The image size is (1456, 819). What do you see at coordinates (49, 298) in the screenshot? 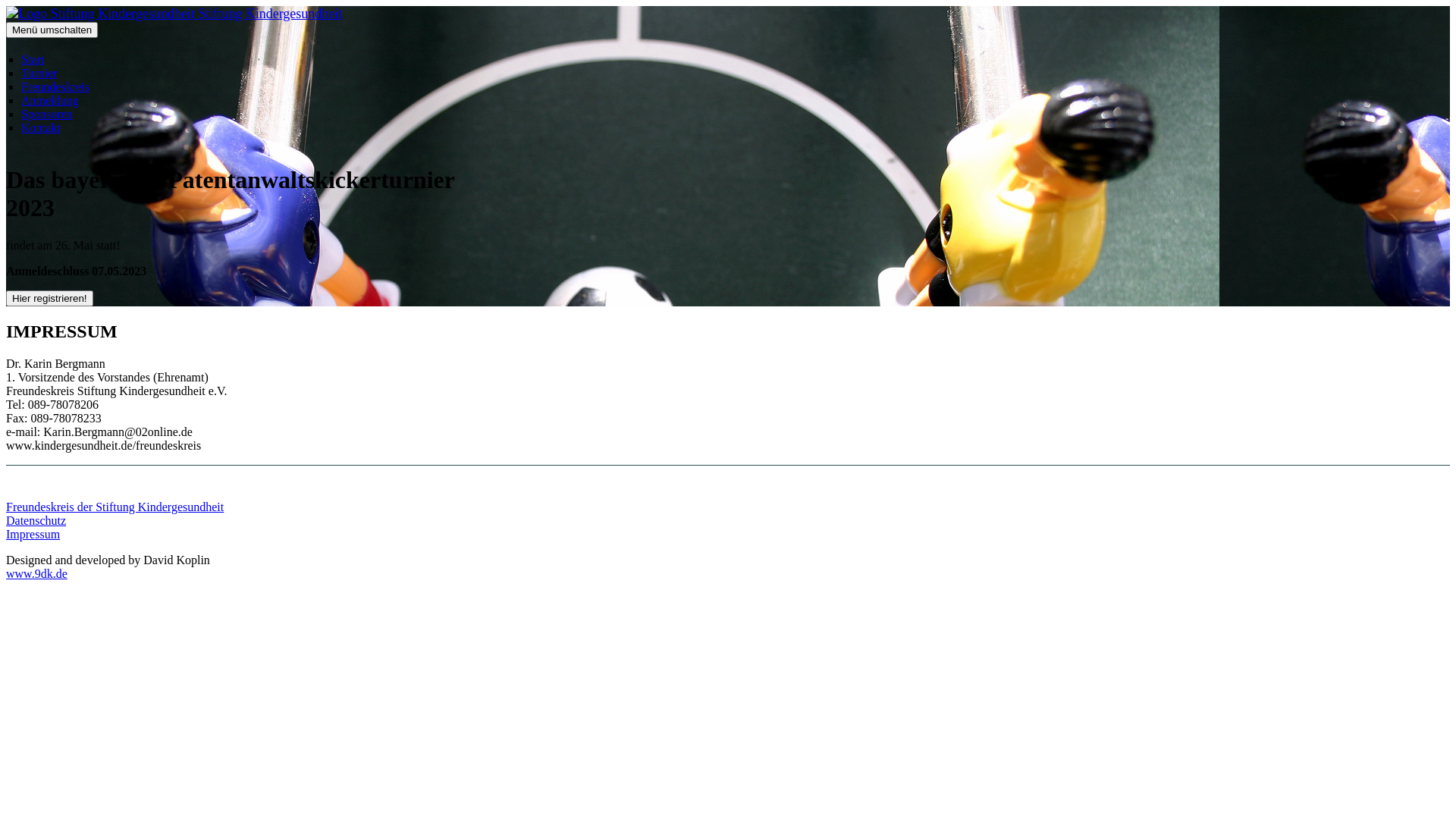
I see `'Hier registrieren!'` at bounding box center [49, 298].